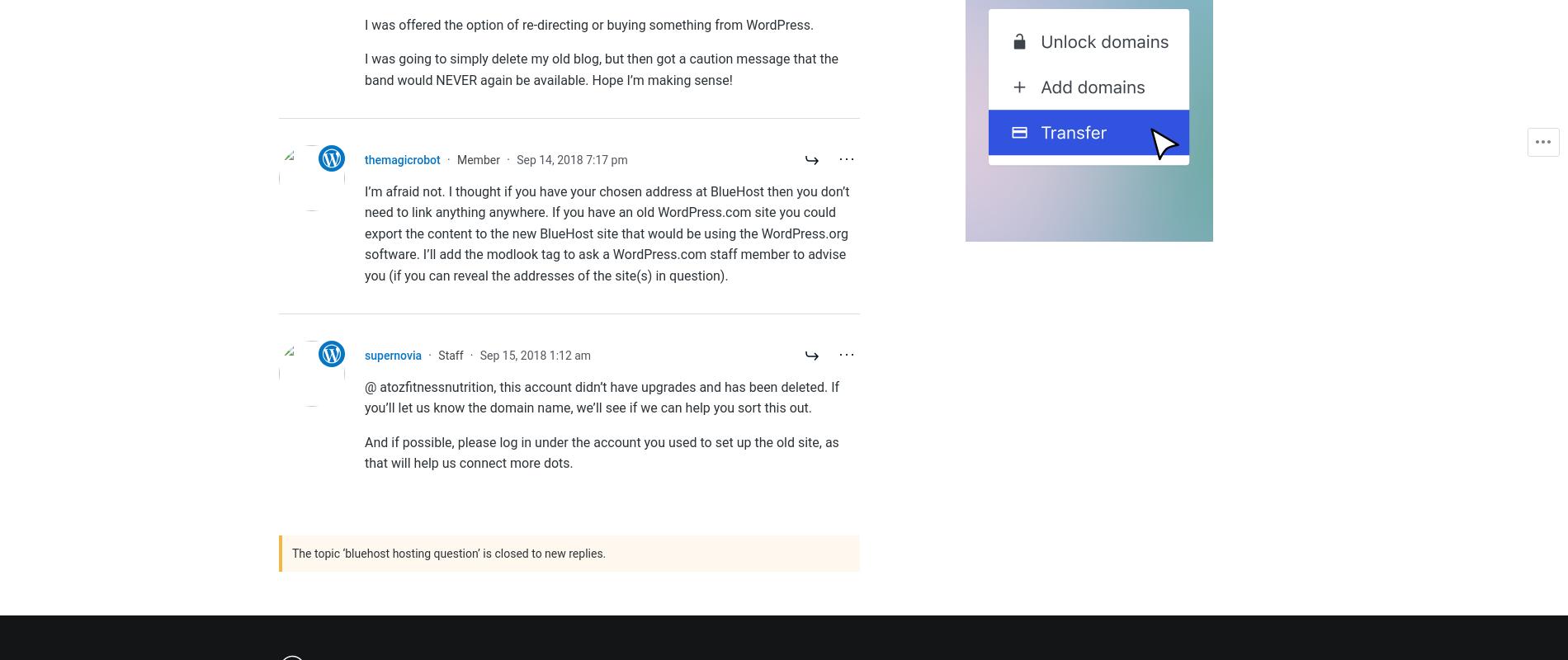  Describe the element at coordinates (588, 24) in the screenshot. I see `'I was offered the option of re-directing or buying something from WordPress.'` at that location.